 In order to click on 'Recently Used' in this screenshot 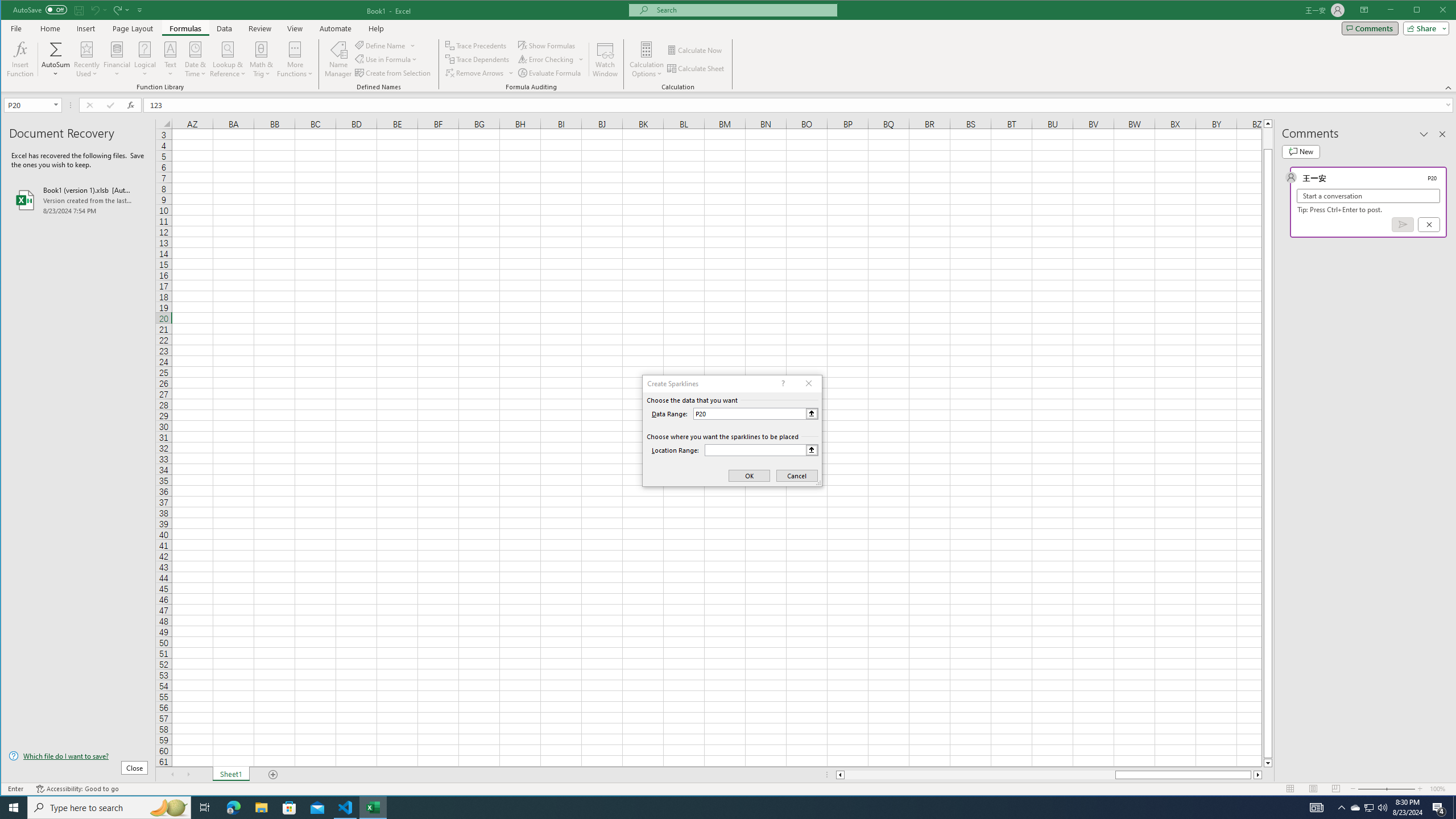, I will do `click(86, 59)`.